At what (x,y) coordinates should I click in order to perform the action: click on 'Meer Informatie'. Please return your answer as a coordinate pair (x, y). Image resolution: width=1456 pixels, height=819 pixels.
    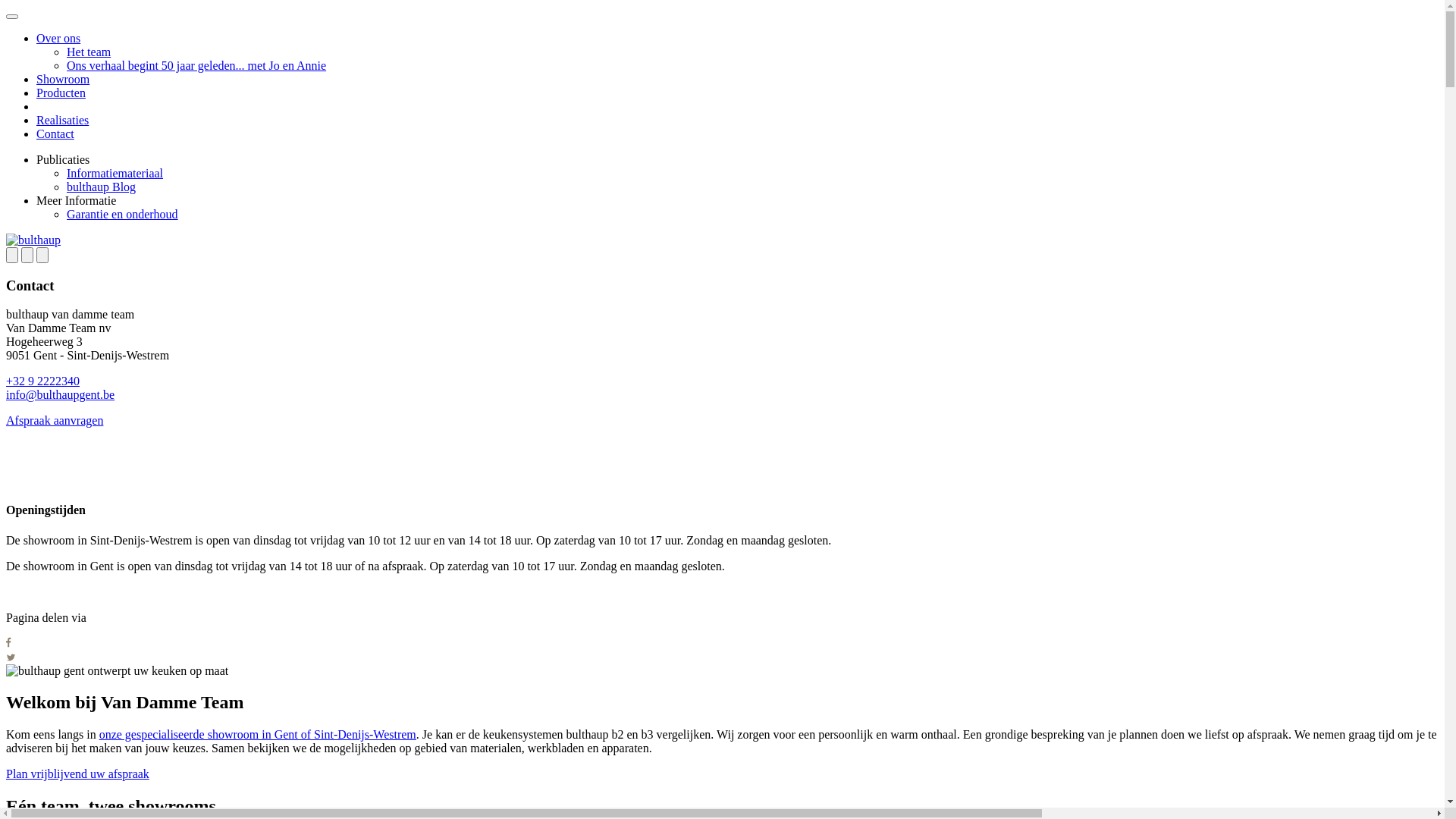
    Looking at the image, I should click on (36, 199).